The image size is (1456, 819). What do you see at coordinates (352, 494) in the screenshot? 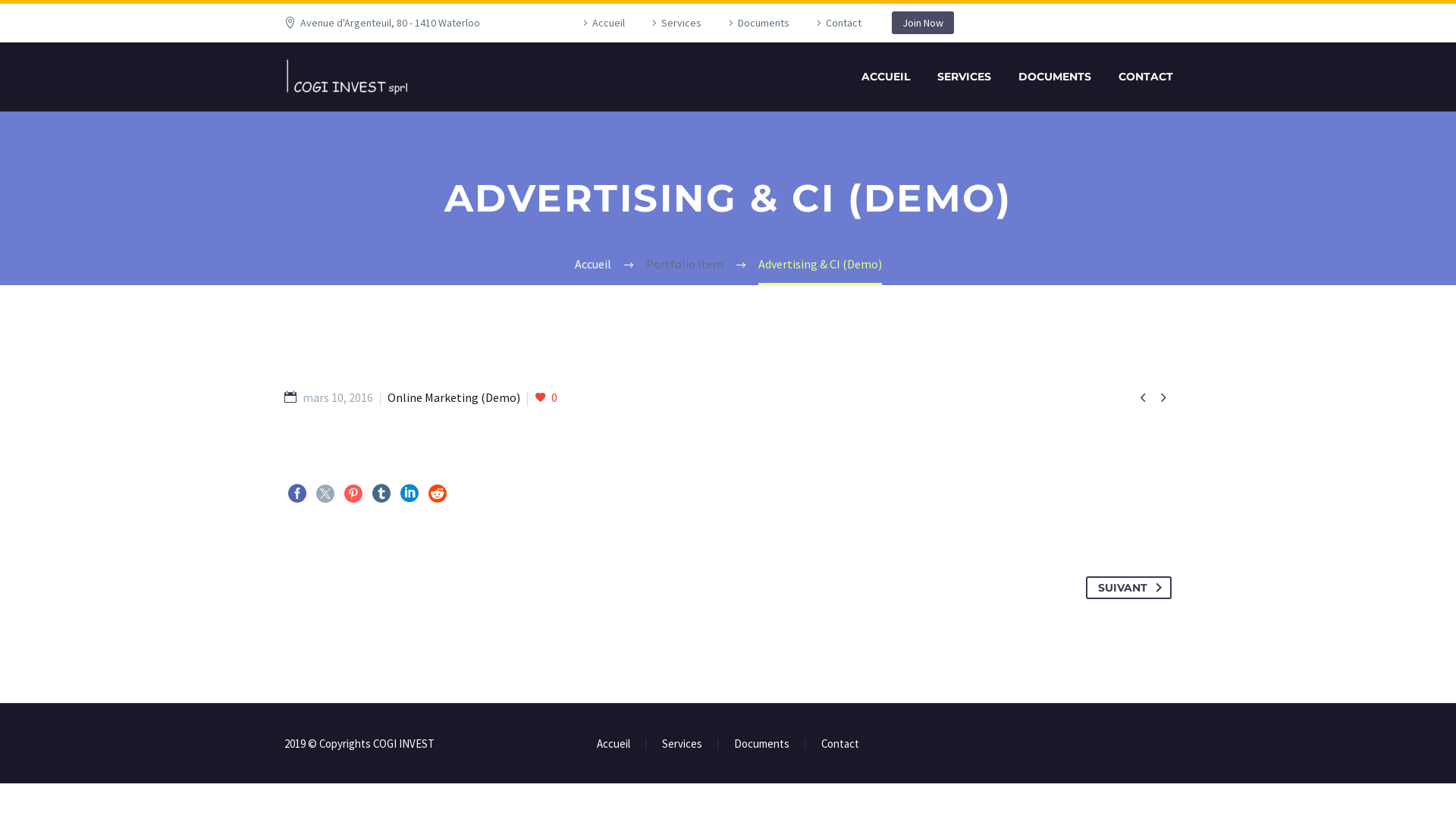
I see `'Pinterest'` at bounding box center [352, 494].